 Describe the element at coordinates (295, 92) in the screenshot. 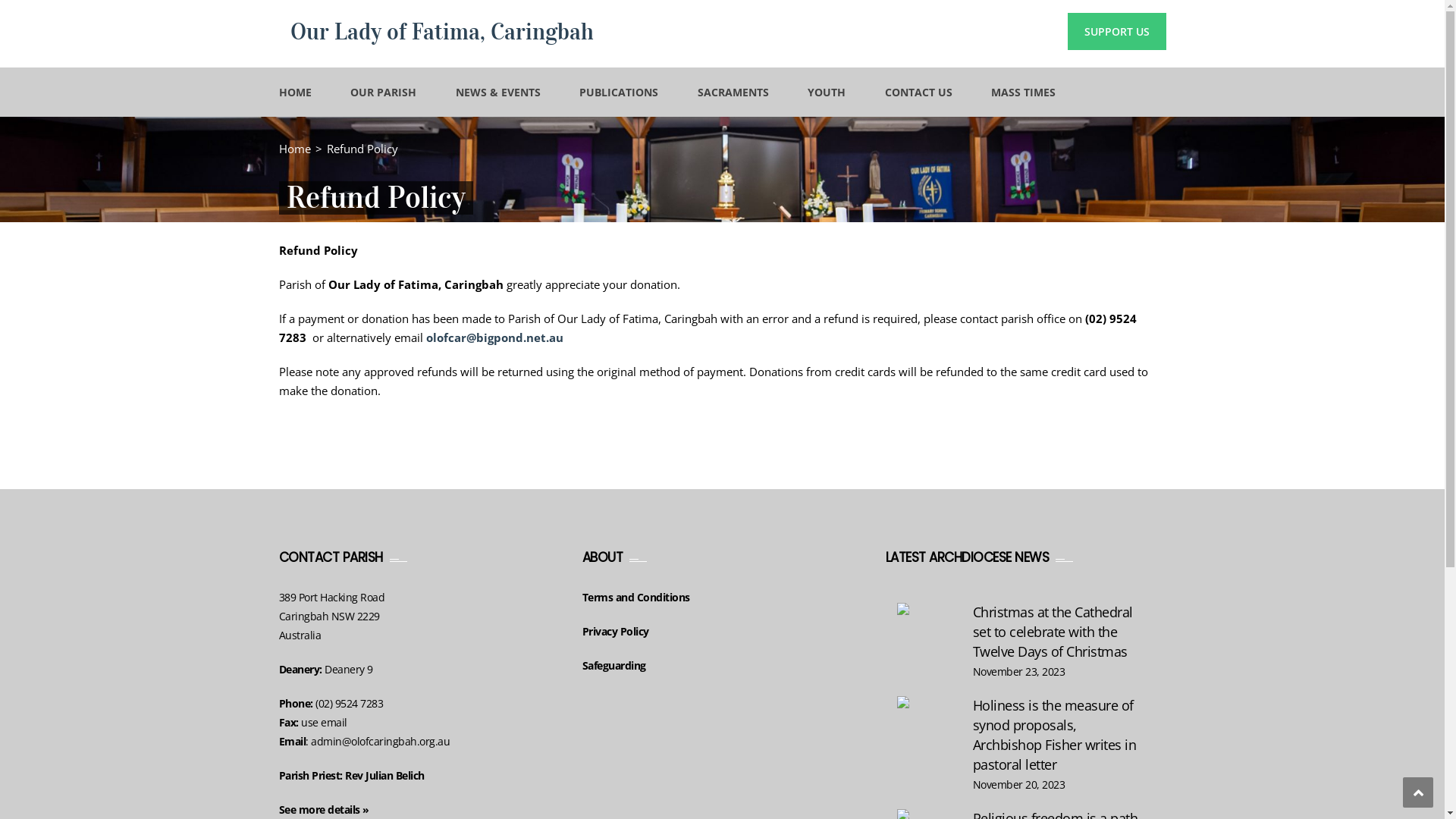

I see `'HOME'` at that location.